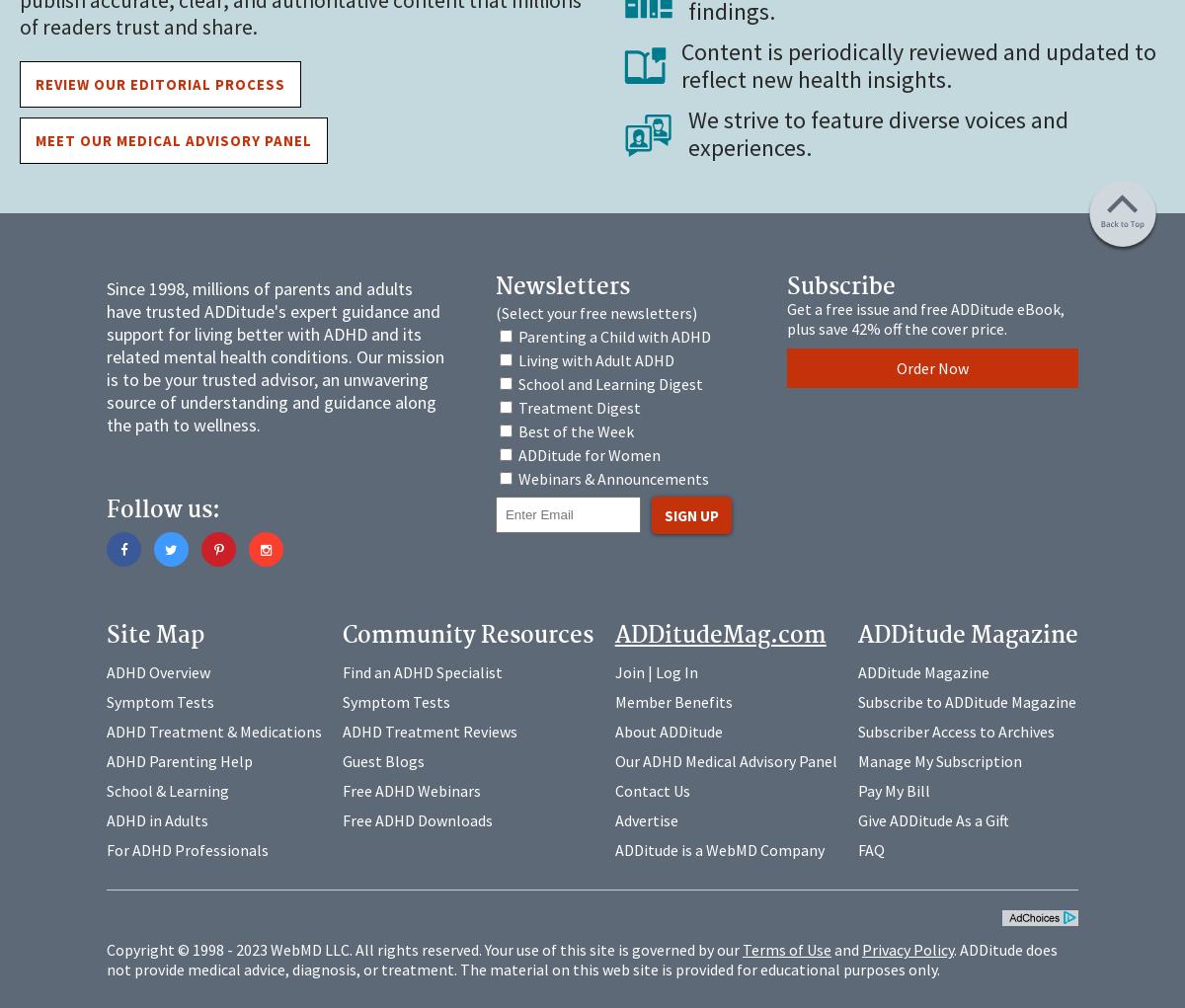 The height and width of the screenshot is (1008, 1185). Describe the element at coordinates (966, 701) in the screenshot. I see `'Subscribe to ADDitude Magazine'` at that location.